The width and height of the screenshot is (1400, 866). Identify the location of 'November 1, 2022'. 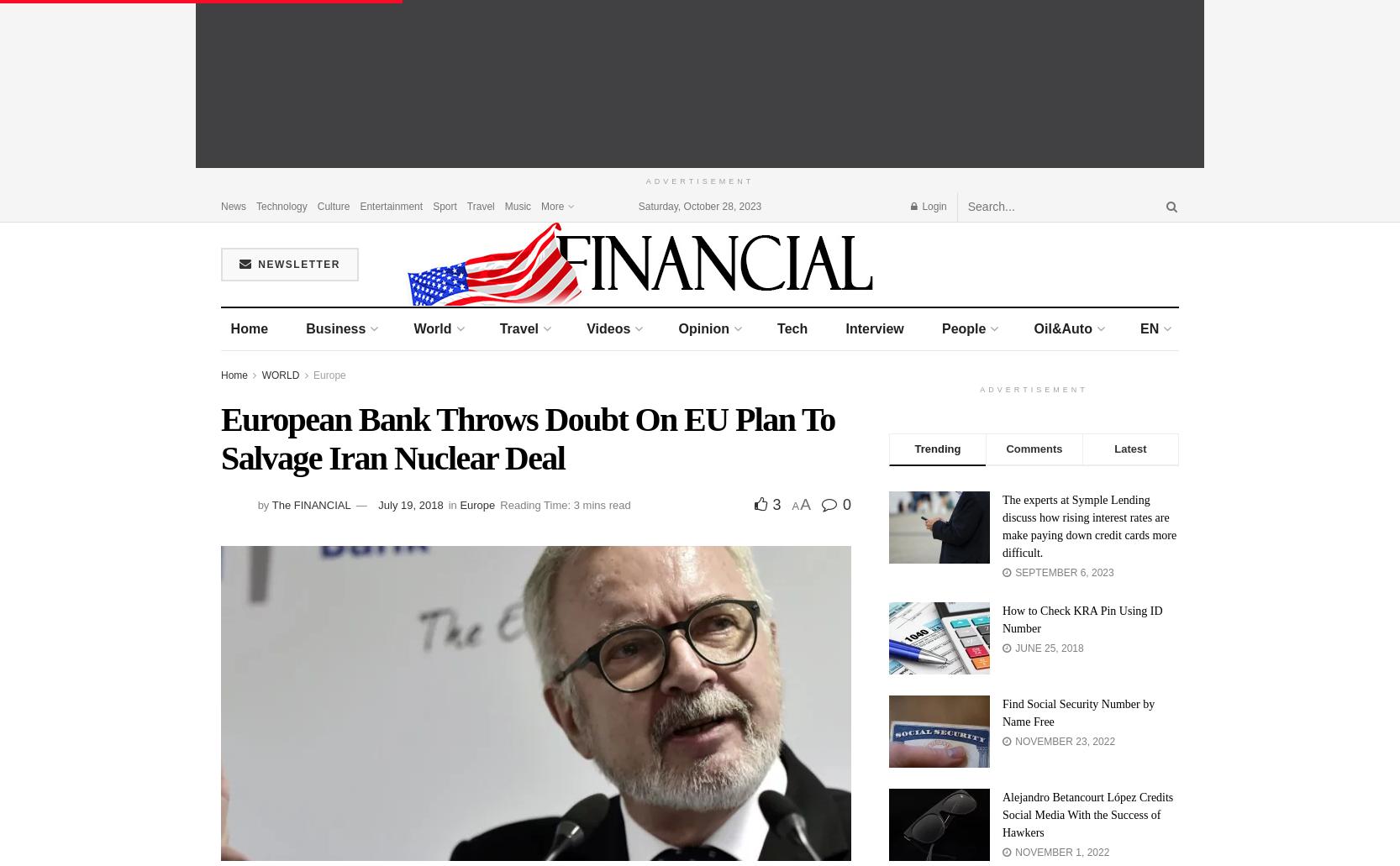
(1060, 850).